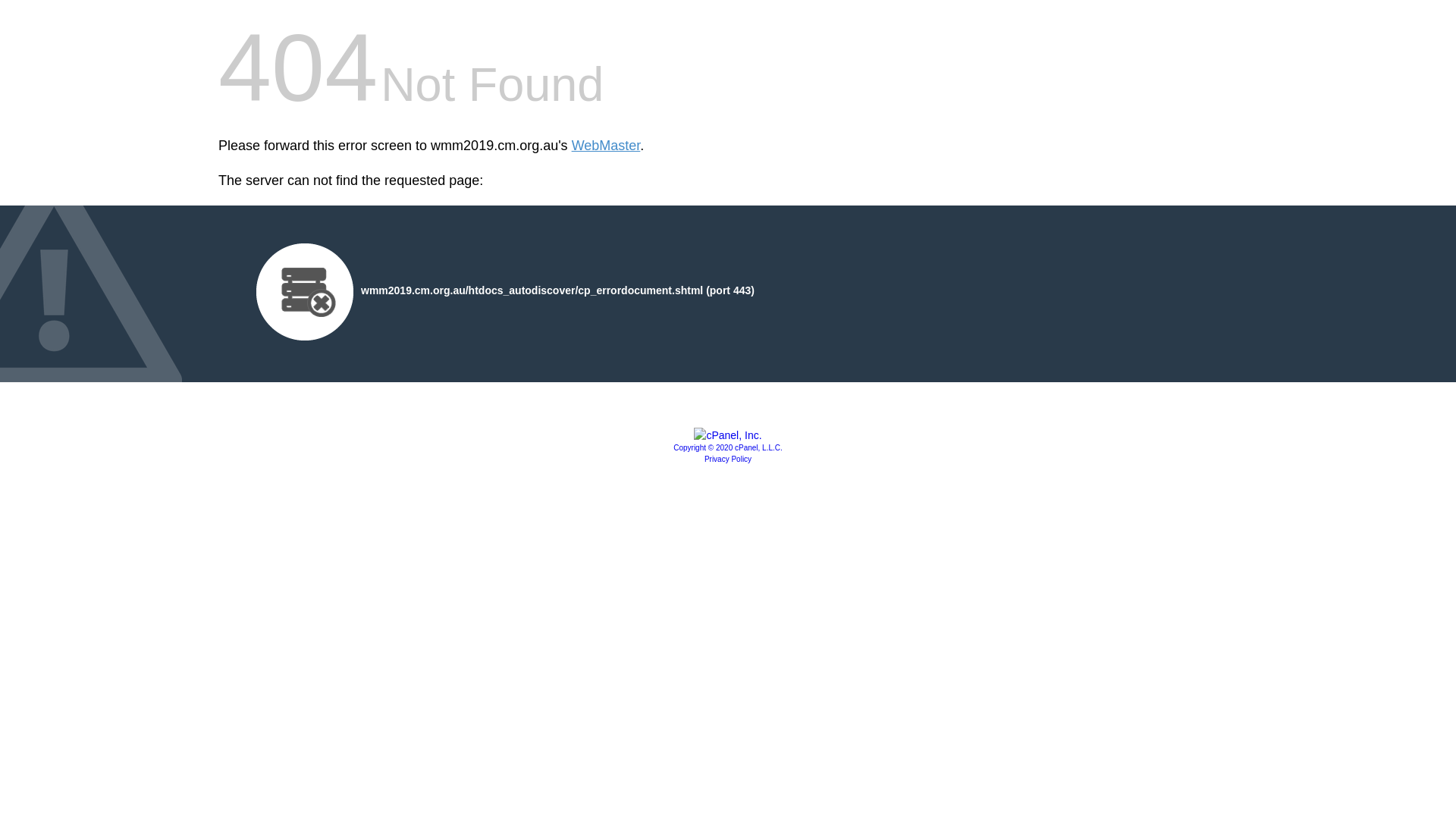  What do you see at coordinates (693, 435) in the screenshot?
I see `'cPanel, Inc.'` at bounding box center [693, 435].